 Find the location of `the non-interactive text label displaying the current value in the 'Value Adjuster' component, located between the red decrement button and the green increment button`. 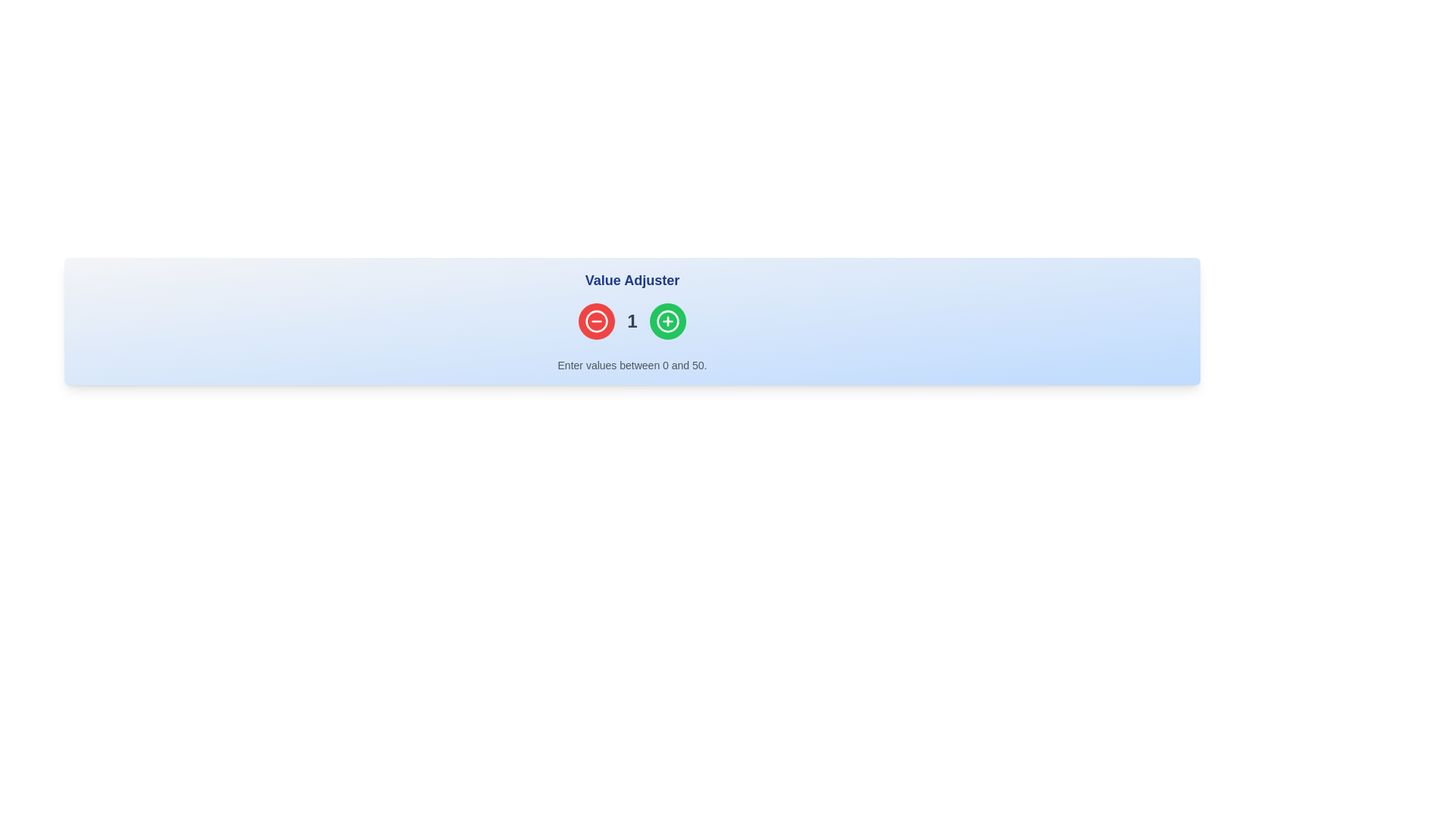

the non-interactive text label displaying the current value in the 'Value Adjuster' component, located between the red decrement button and the green increment button is located at coordinates (632, 321).